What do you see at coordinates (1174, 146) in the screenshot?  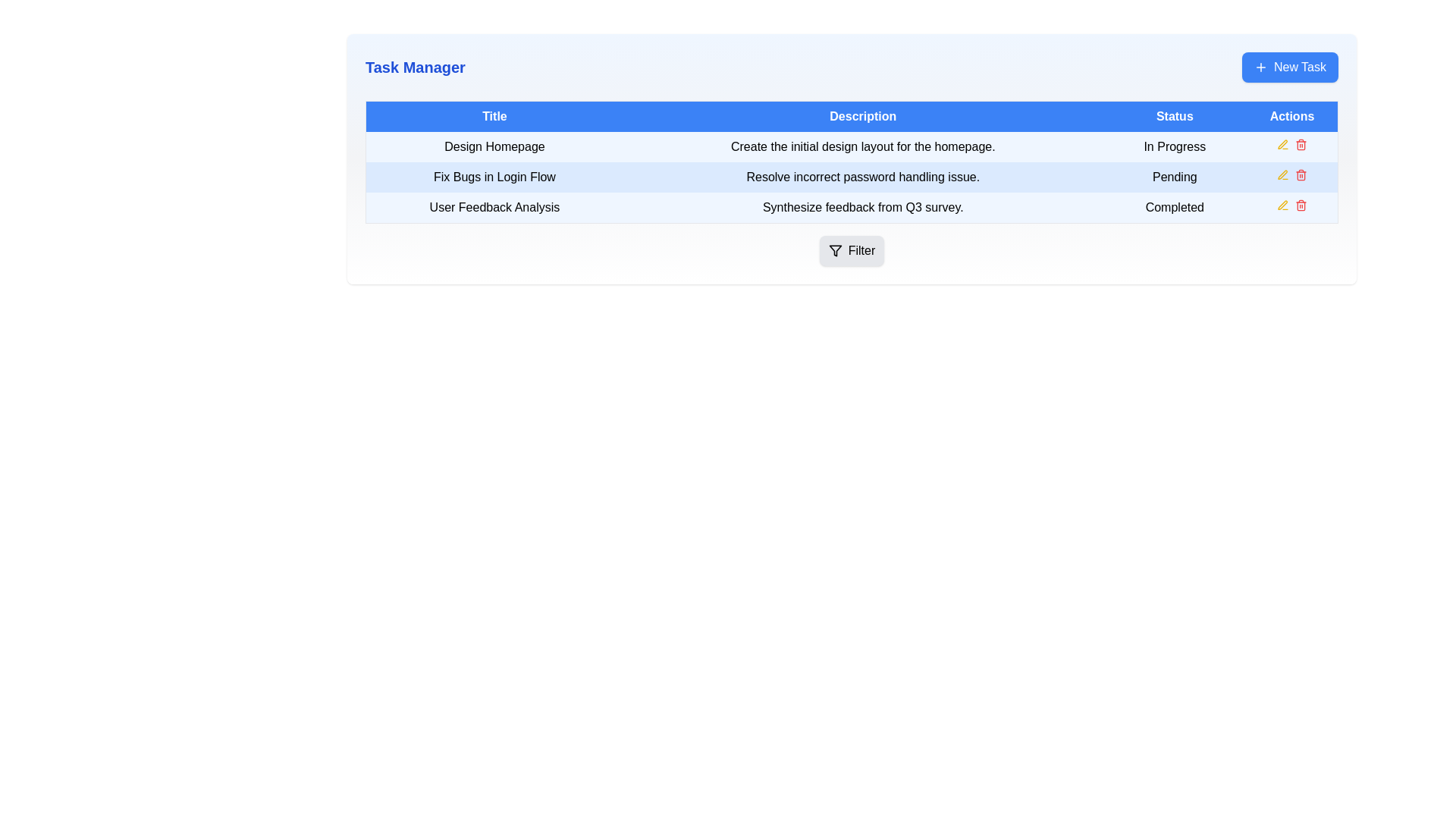 I see `the static text label indicating the status of the task titled 'Design Homepage' located in the first row and third column of the task table` at bounding box center [1174, 146].